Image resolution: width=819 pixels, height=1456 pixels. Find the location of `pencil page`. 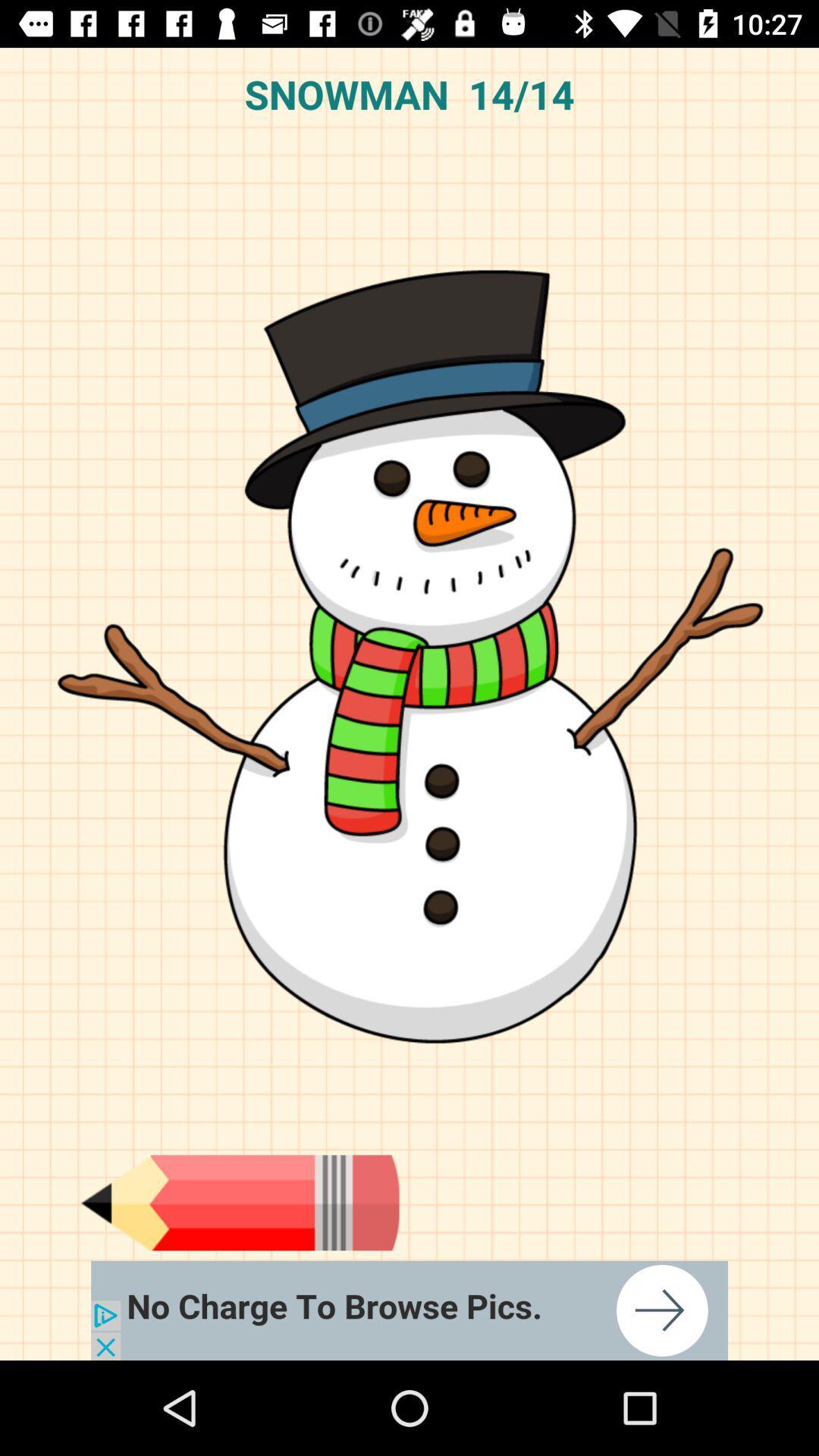

pencil page is located at coordinates (239, 1202).